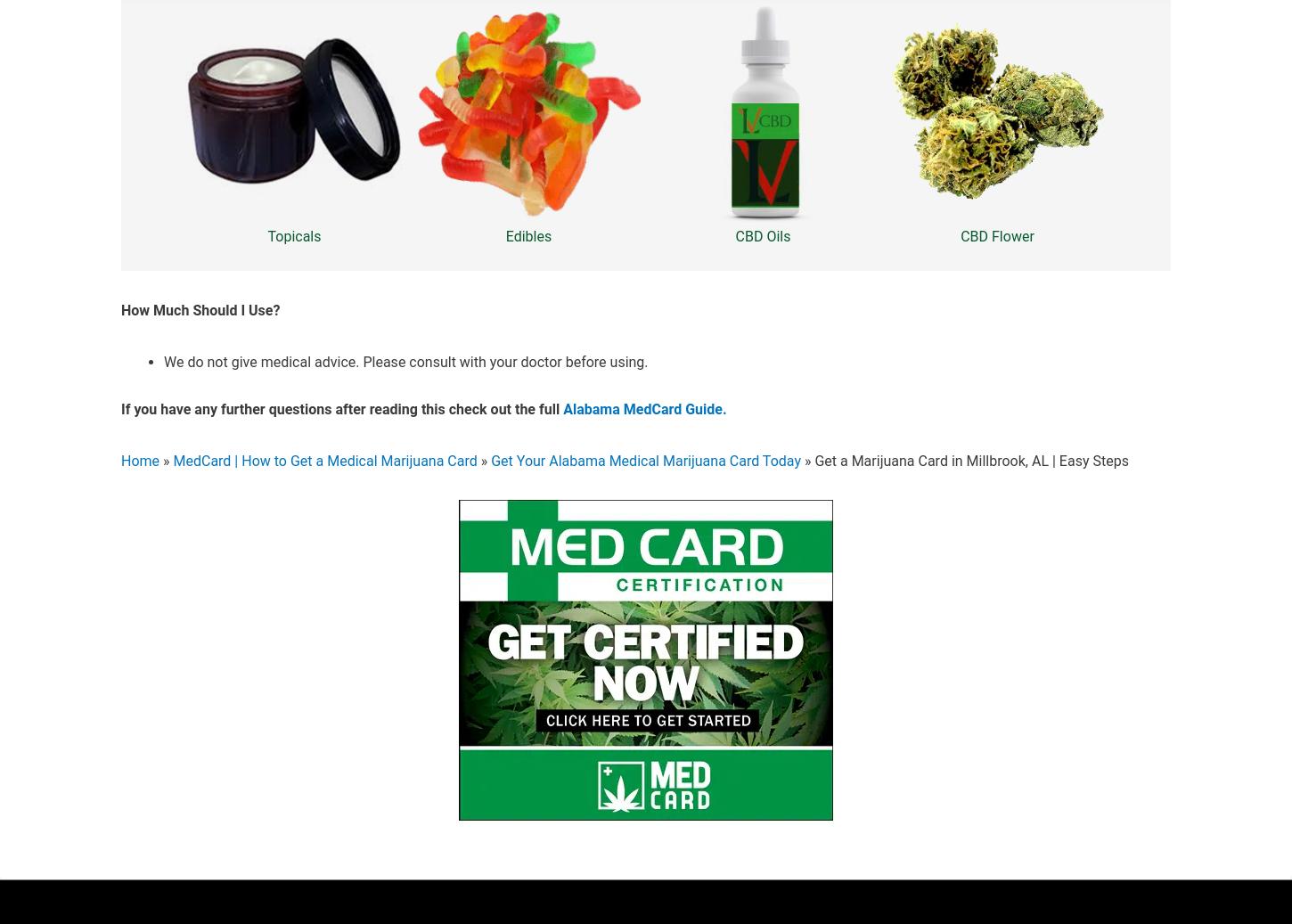 The image size is (1292, 924). Describe the element at coordinates (340, 408) in the screenshot. I see `'If you have any further questions after reading this check out the full'` at that location.